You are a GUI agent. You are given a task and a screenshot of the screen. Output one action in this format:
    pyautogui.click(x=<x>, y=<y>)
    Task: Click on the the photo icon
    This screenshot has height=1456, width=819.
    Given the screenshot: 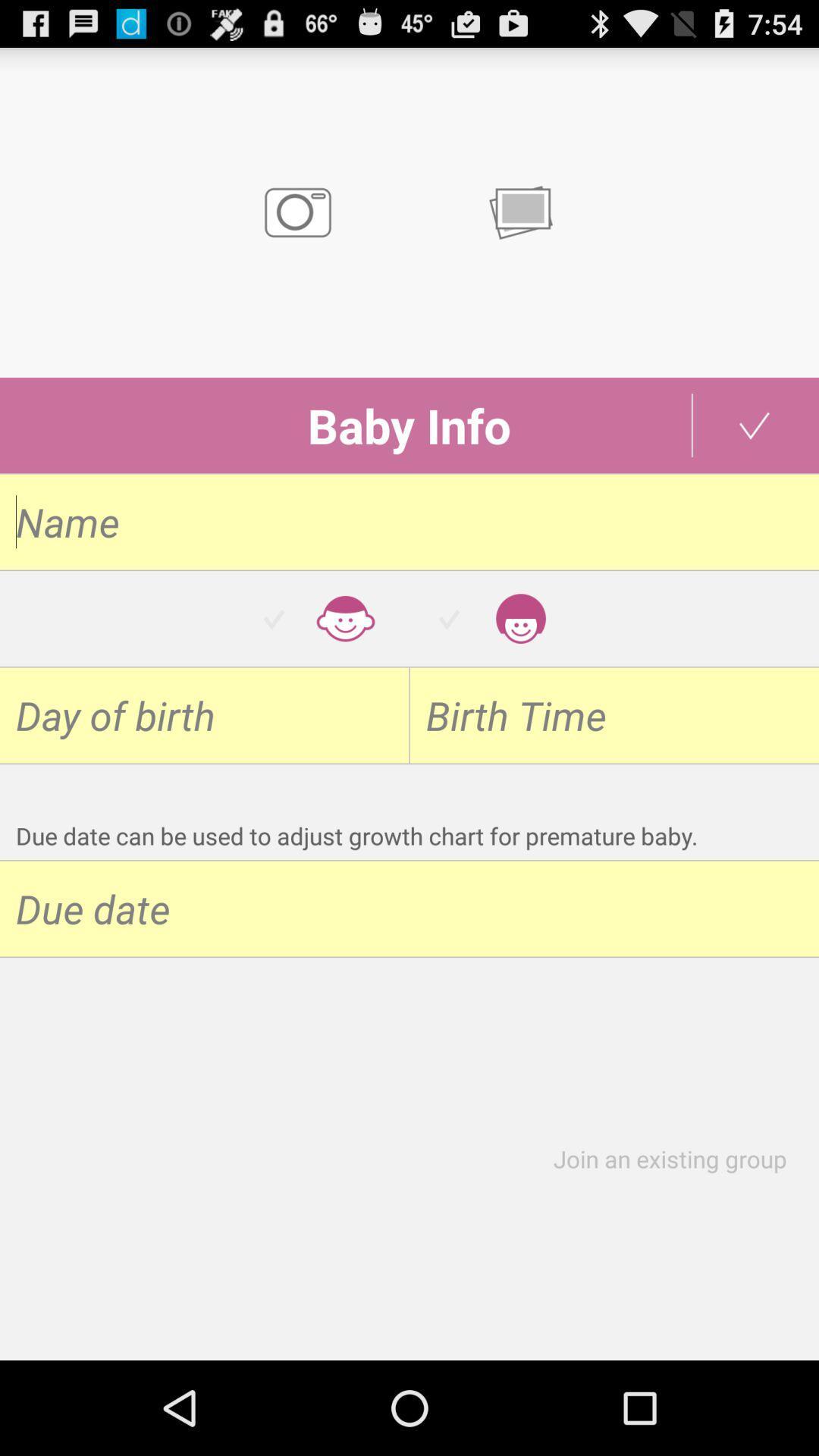 What is the action you would take?
    pyautogui.click(x=298, y=227)
    